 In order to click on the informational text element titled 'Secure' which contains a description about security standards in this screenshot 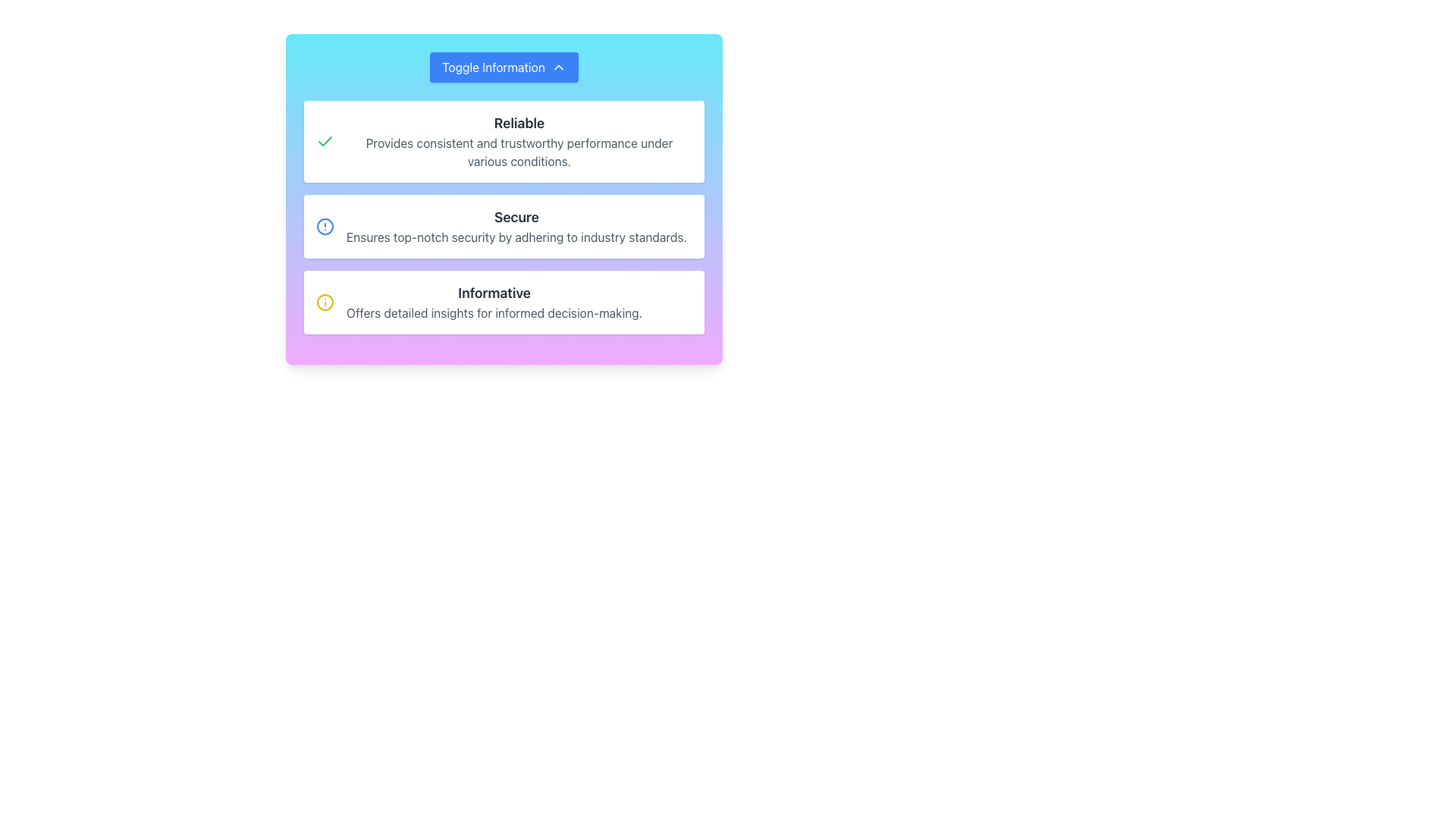, I will do `click(516, 227)`.